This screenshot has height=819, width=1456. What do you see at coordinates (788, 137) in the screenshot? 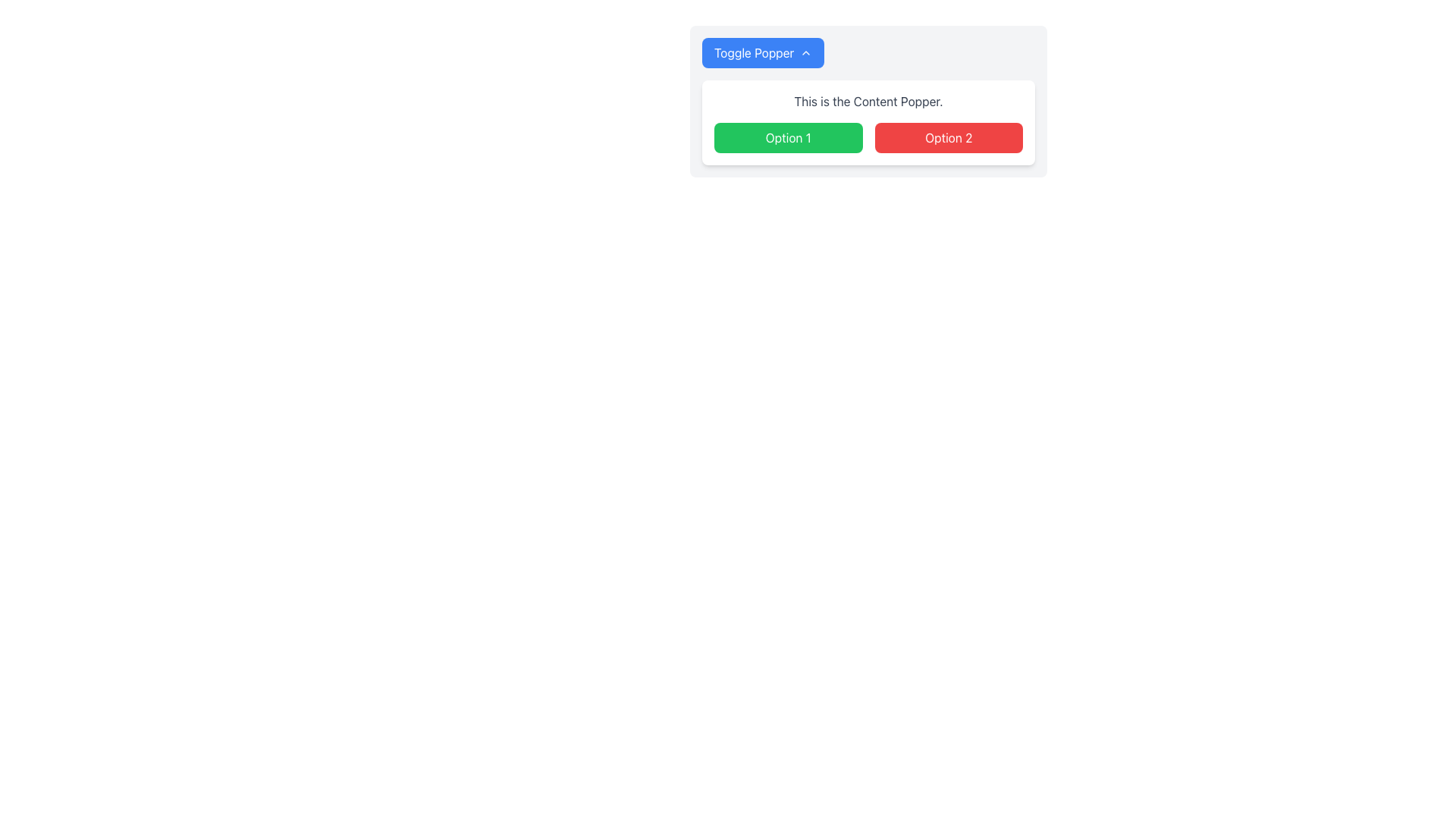
I see `the first button that selects 'Option 1' to change its appearance` at bounding box center [788, 137].